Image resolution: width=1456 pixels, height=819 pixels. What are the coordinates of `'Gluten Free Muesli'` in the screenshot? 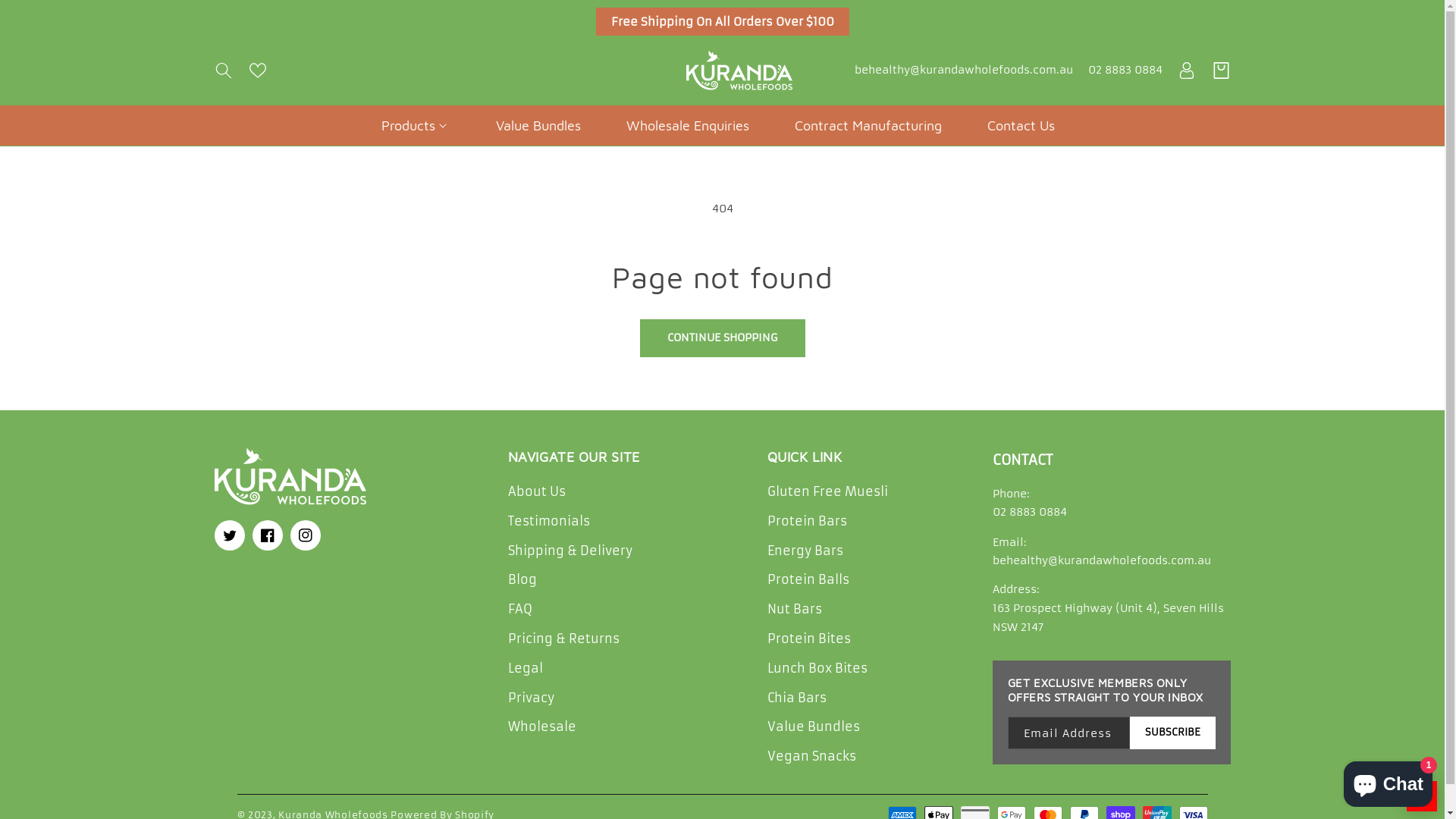 It's located at (827, 494).